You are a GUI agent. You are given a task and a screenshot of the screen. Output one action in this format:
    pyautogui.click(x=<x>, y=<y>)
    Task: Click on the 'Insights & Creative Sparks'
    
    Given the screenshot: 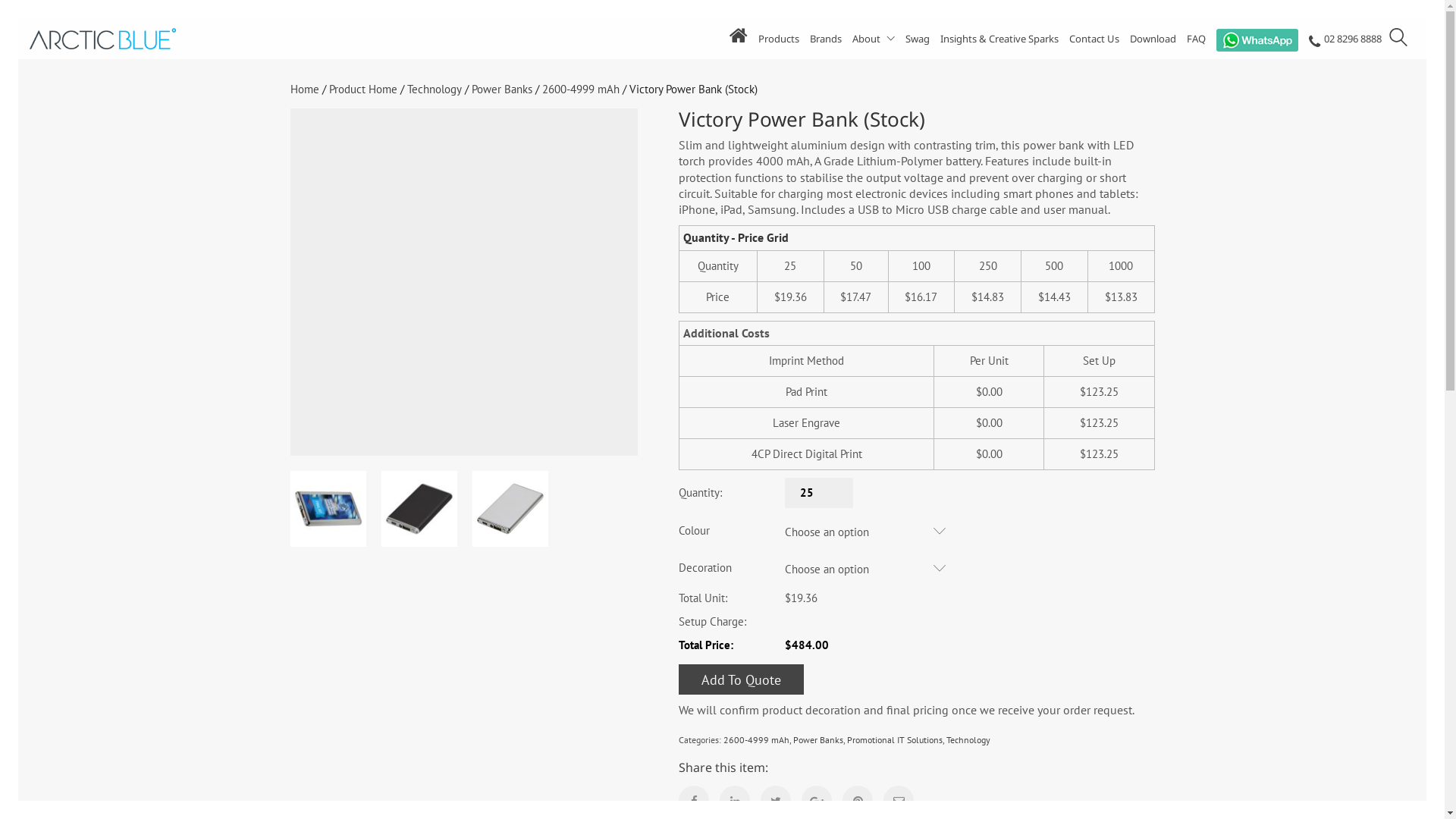 What is the action you would take?
    pyautogui.click(x=999, y=38)
    